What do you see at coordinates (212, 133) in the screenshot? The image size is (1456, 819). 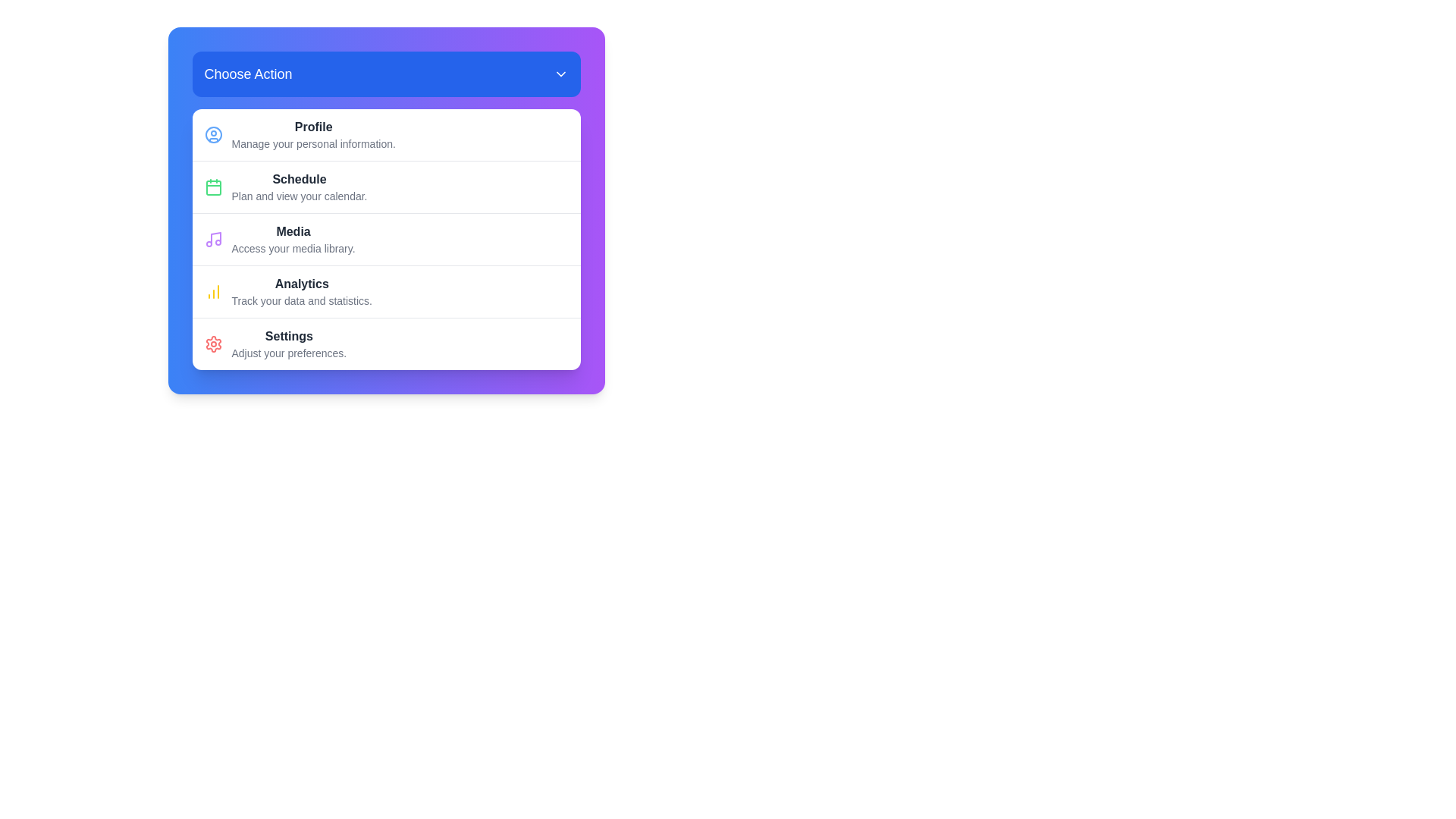 I see `the Circular SVG graphic element that serves as a visual boundary for the user profile icon` at bounding box center [212, 133].